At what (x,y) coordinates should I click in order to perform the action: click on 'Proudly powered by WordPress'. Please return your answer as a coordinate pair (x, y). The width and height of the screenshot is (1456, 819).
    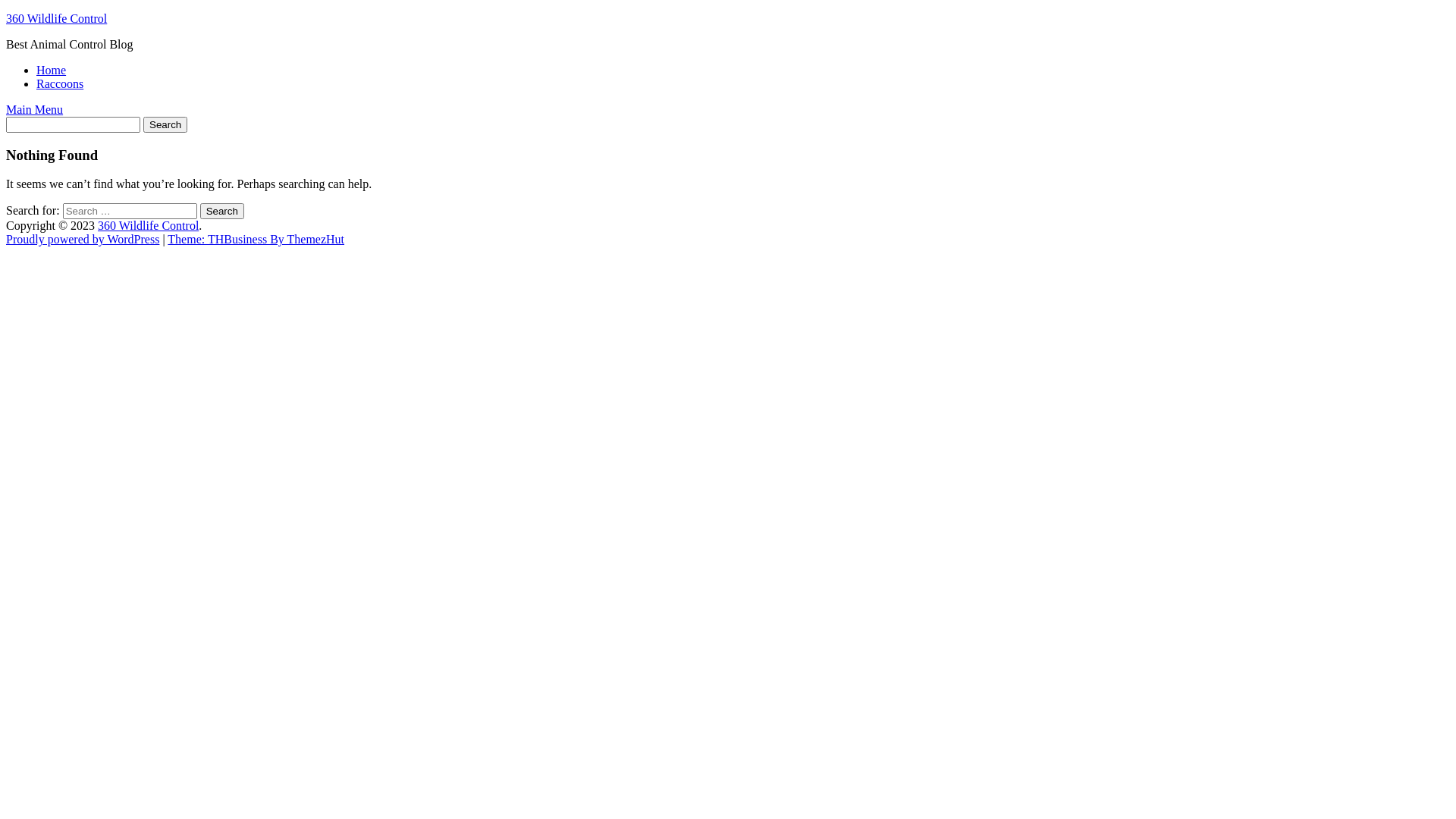
    Looking at the image, I should click on (6, 239).